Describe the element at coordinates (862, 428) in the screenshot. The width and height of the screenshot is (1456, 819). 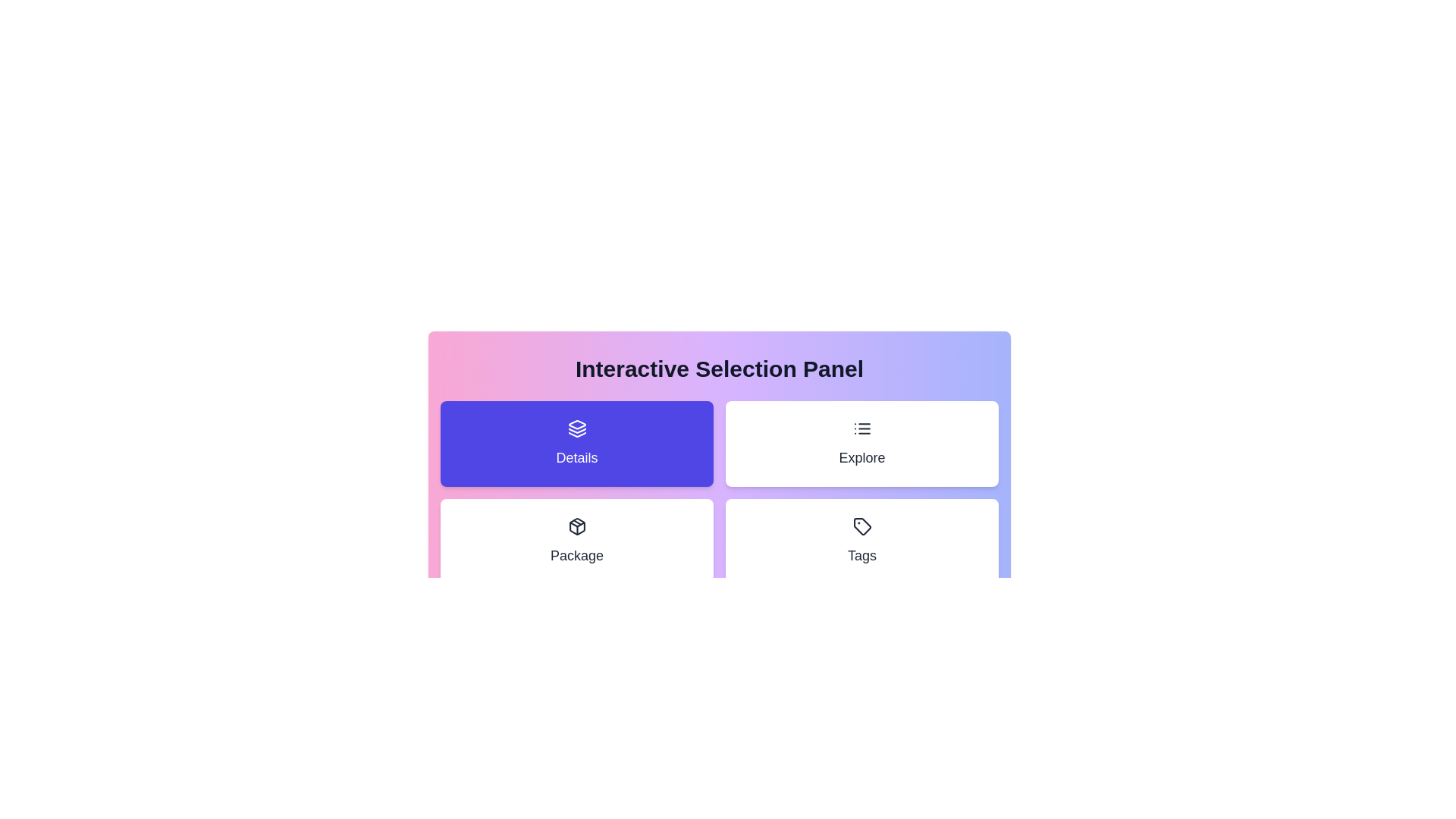
I see `the icon consisting of three horizontal lines, located within the 'Explore' tile at the top-right corner of the grid layout` at that location.